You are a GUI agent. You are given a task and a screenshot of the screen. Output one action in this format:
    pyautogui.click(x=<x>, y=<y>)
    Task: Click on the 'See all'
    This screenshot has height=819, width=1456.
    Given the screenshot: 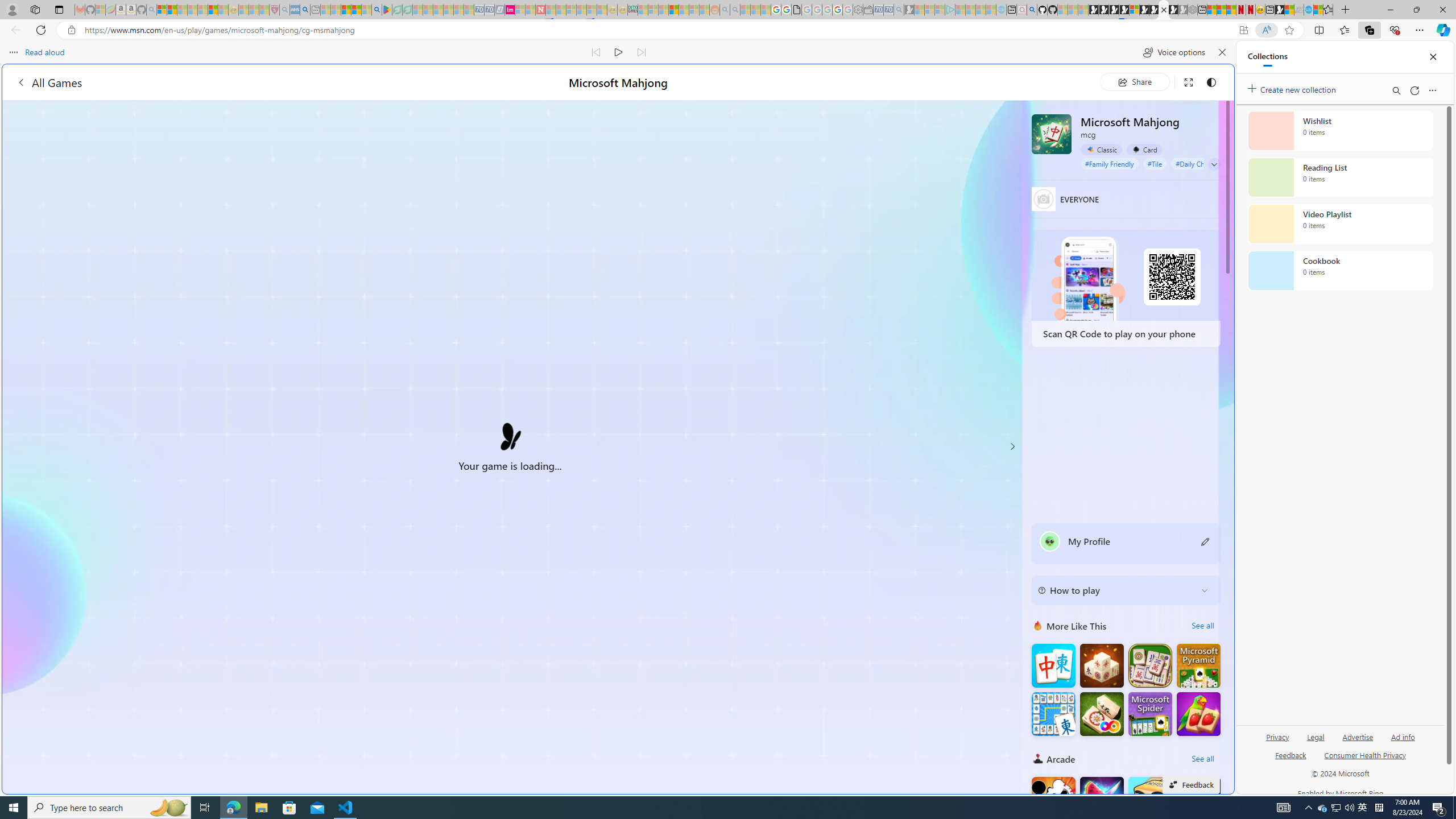 What is the action you would take?
    pyautogui.click(x=1202, y=758)
    